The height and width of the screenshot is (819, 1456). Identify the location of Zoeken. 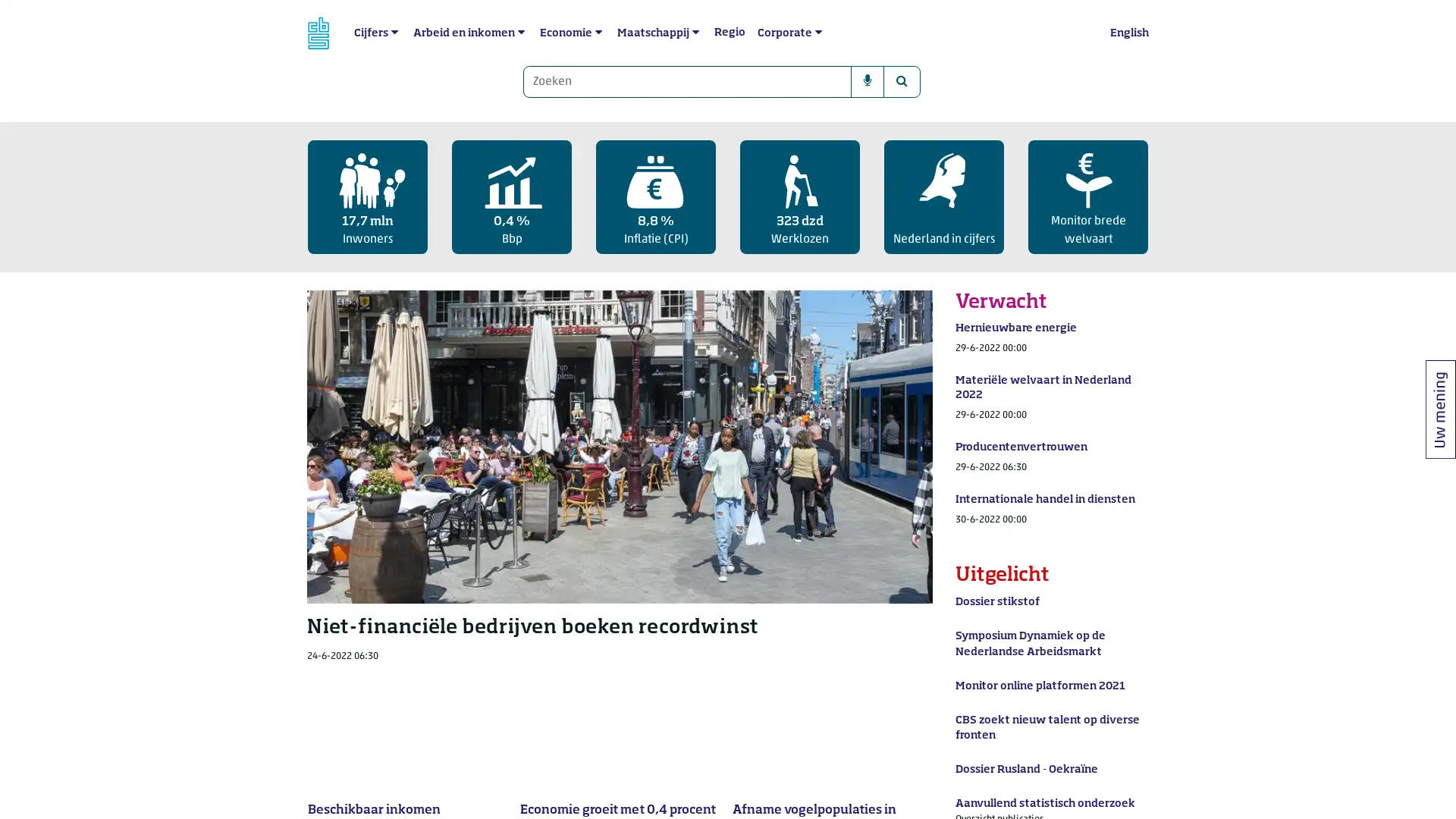
(902, 82).